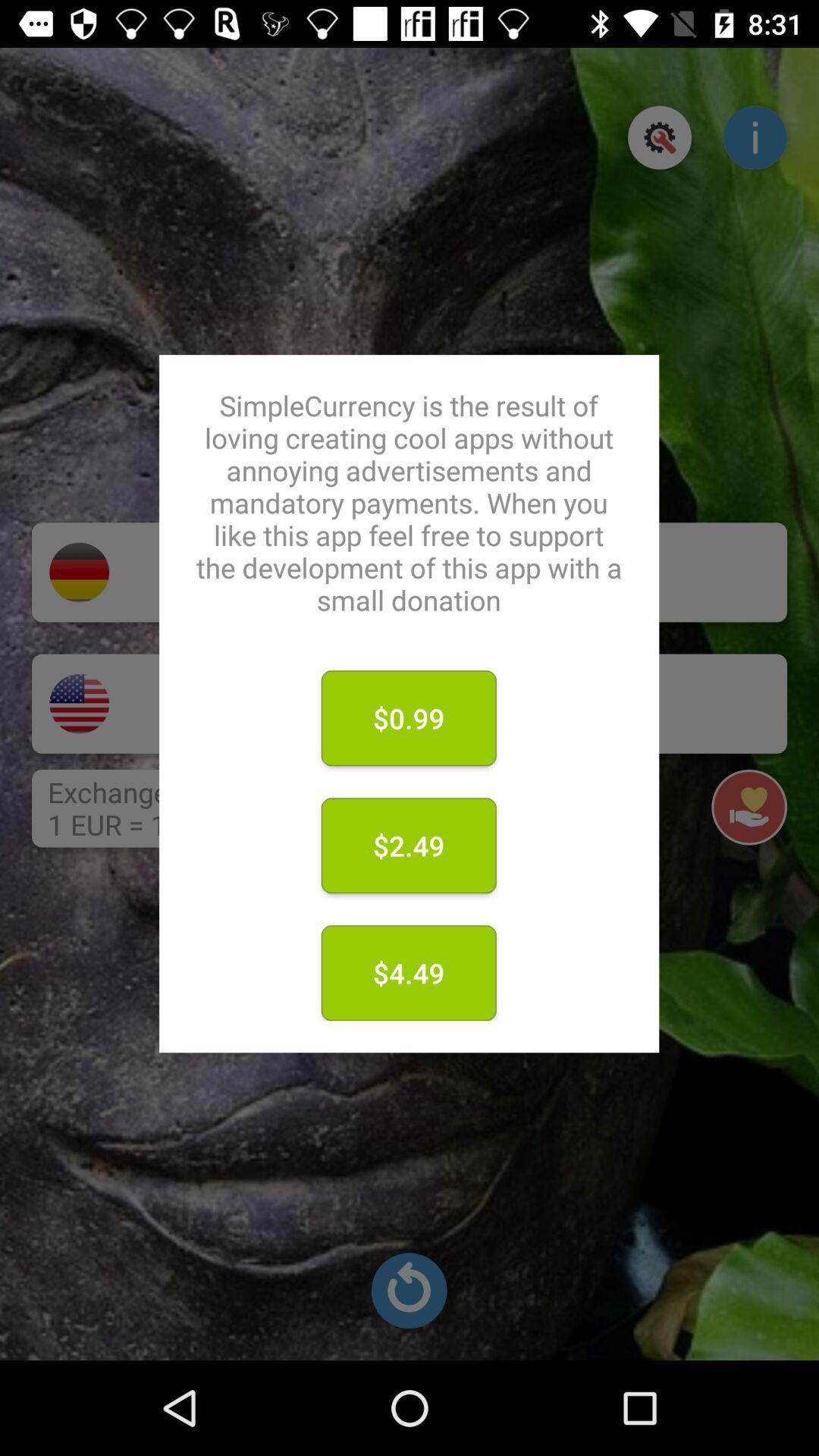  Describe the element at coordinates (79, 703) in the screenshot. I see `the national_flag icon` at that location.